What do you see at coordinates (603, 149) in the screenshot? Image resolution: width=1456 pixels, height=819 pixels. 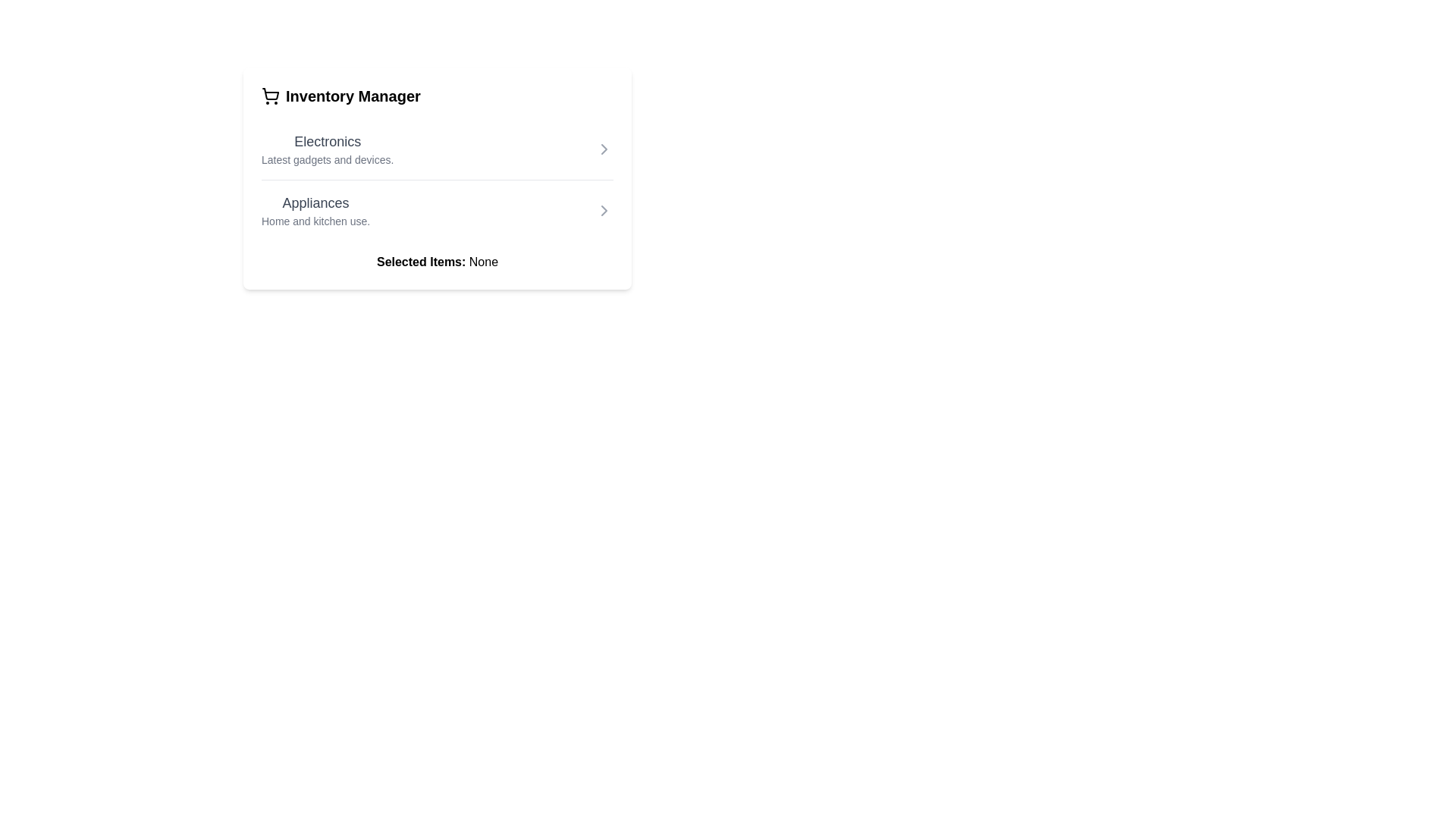 I see `the right-pointing chevron icon located in the second row under the 'Appliances' label` at bounding box center [603, 149].